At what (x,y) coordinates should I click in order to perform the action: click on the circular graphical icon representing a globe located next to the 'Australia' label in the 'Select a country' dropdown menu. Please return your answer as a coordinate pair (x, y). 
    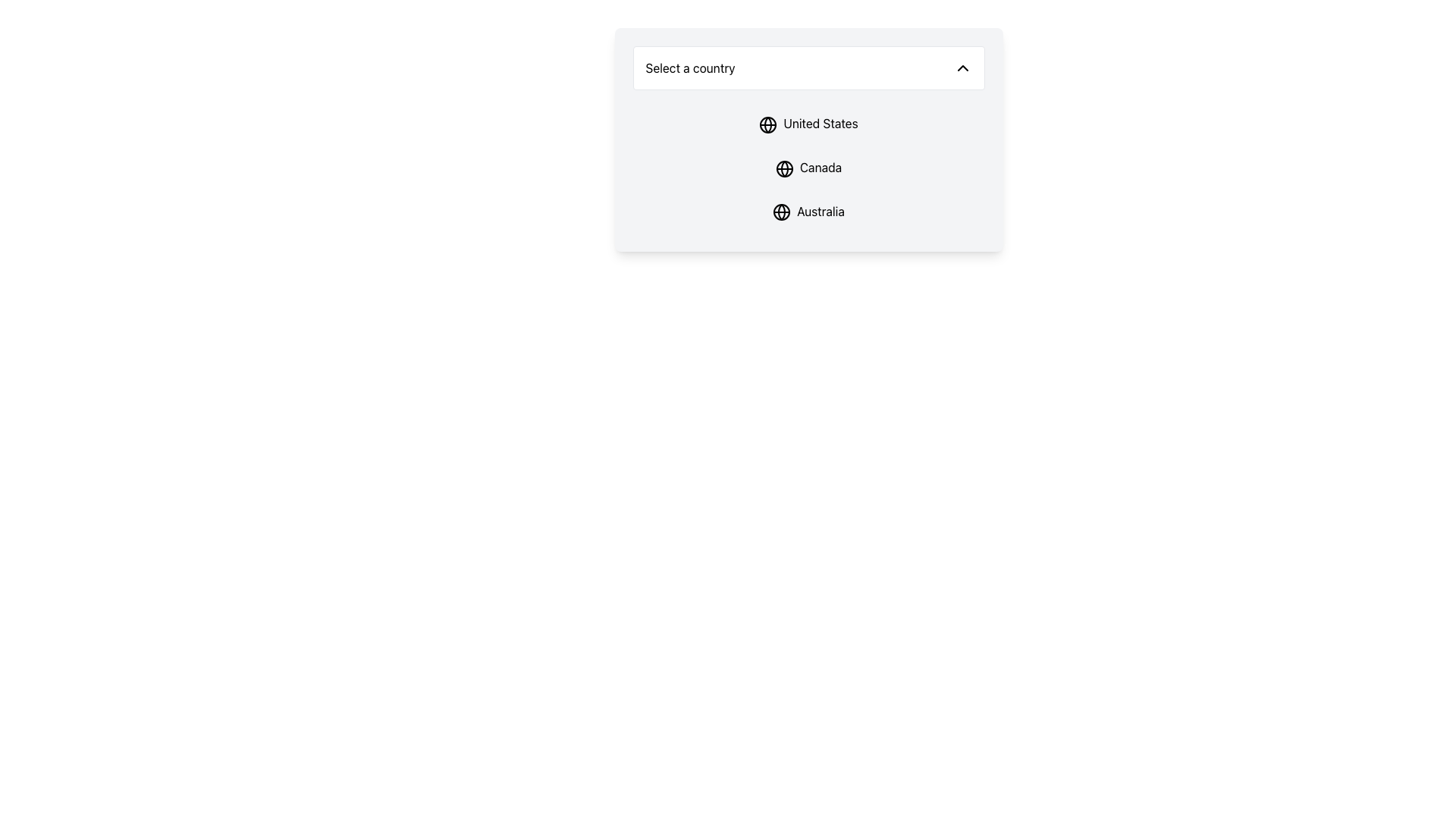
    Looking at the image, I should click on (782, 212).